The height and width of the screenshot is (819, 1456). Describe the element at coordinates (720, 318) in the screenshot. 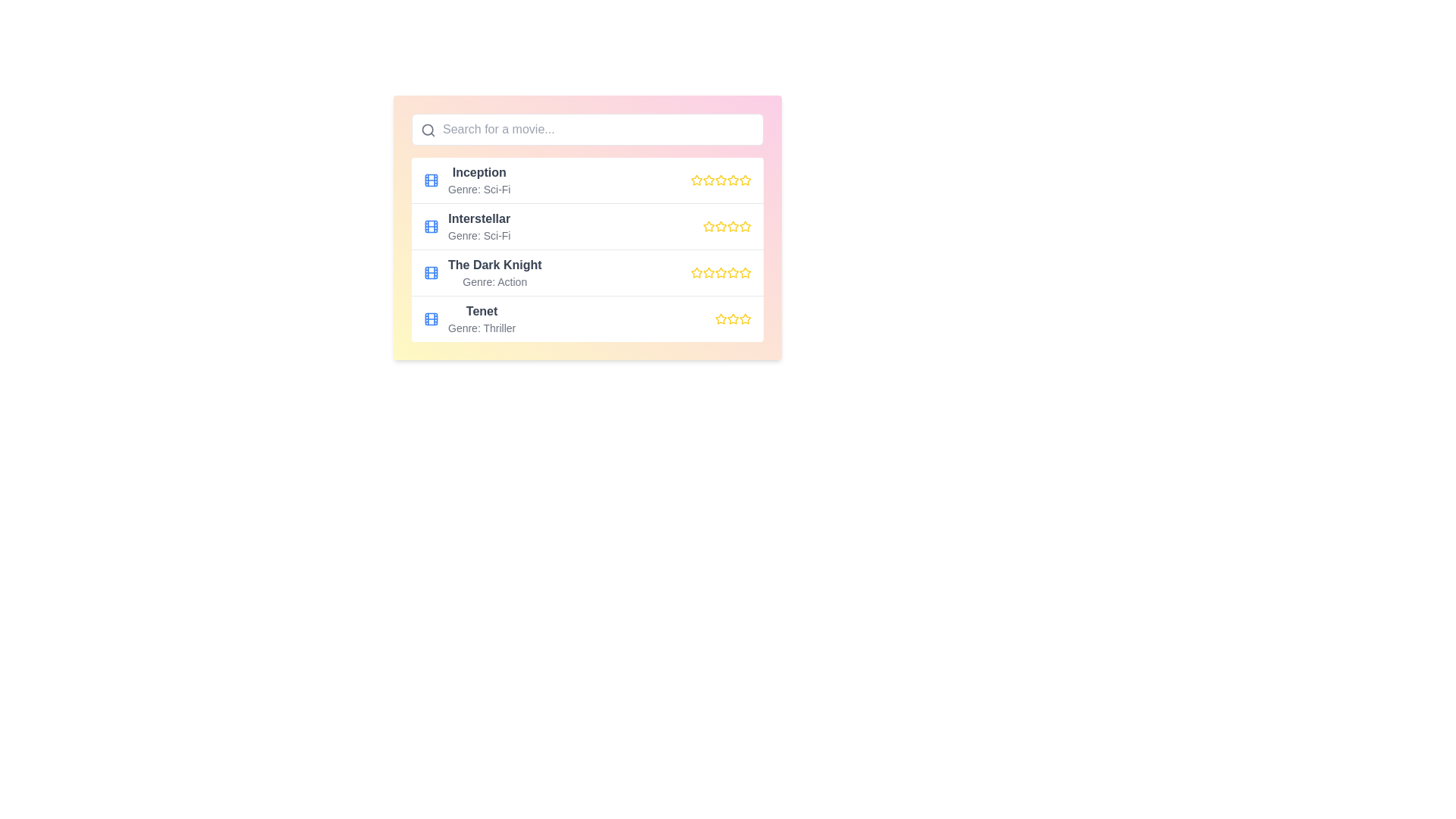

I see `the rating star icon located` at that location.